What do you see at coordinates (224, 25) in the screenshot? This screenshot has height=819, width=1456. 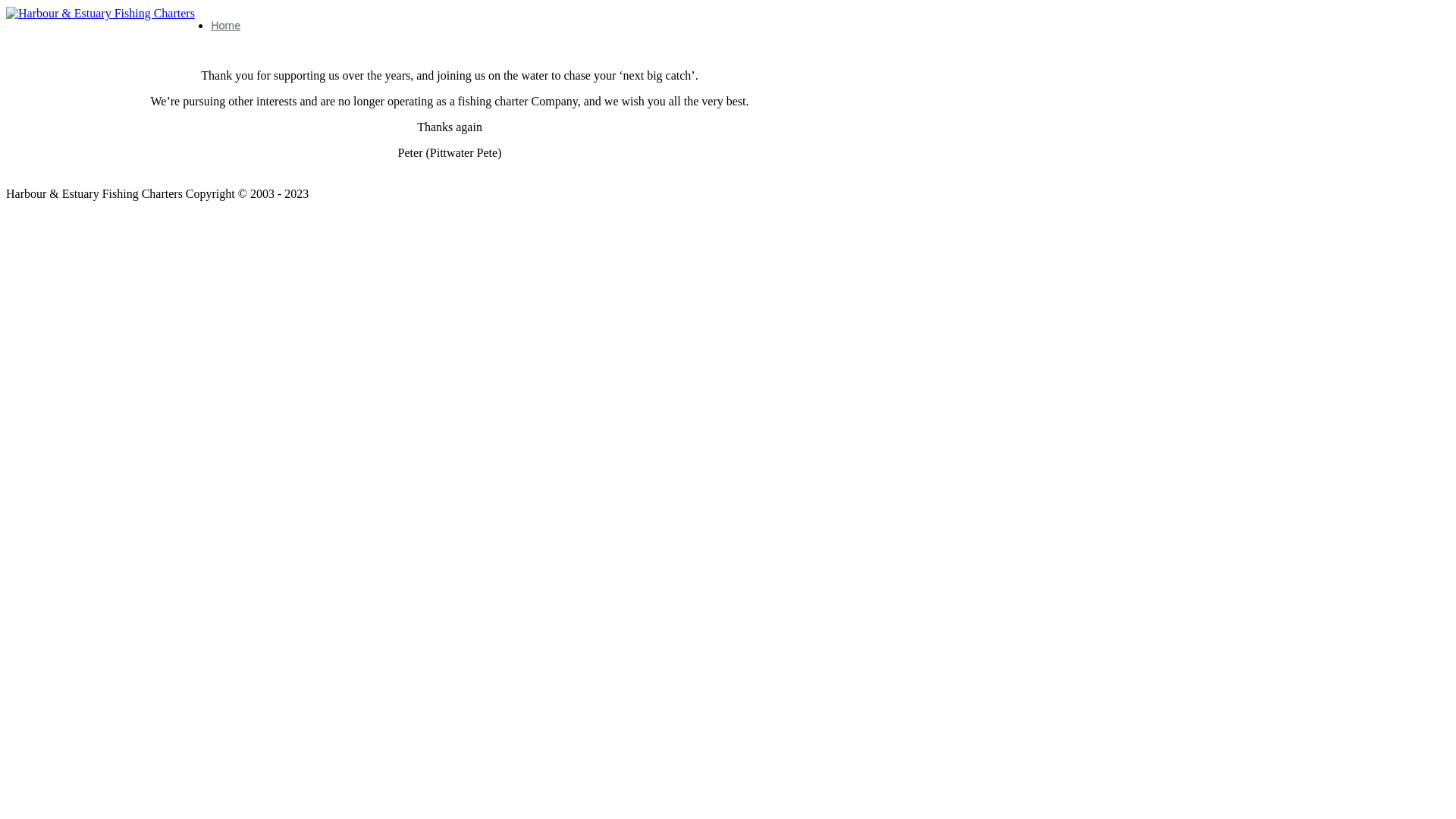 I see `'Home'` at bounding box center [224, 25].